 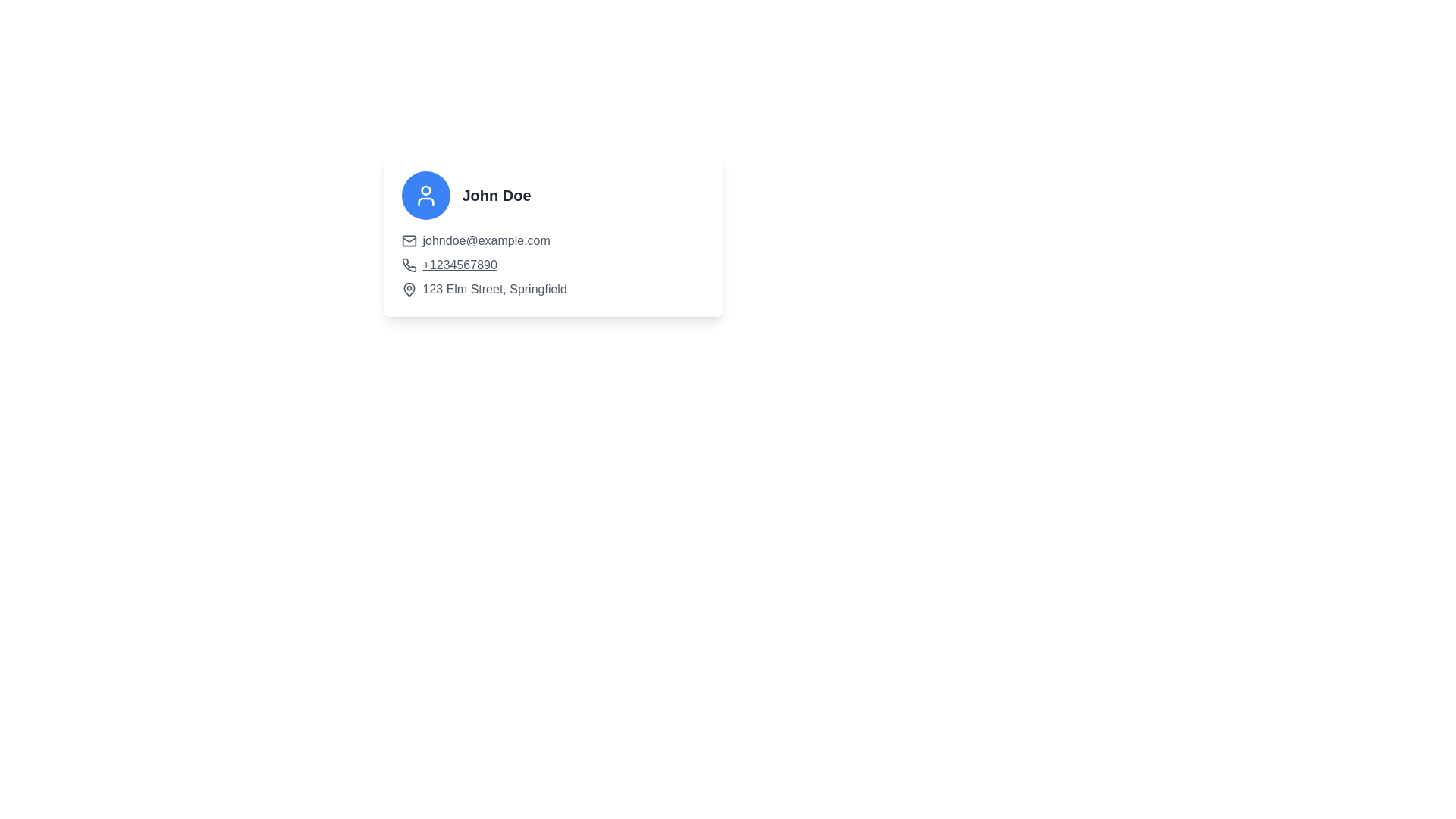 What do you see at coordinates (409, 289) in the screenshot?
I see `the pin-shaped icon located in the lower section of the card interface, near the address line` at bounding box center [409, 289].